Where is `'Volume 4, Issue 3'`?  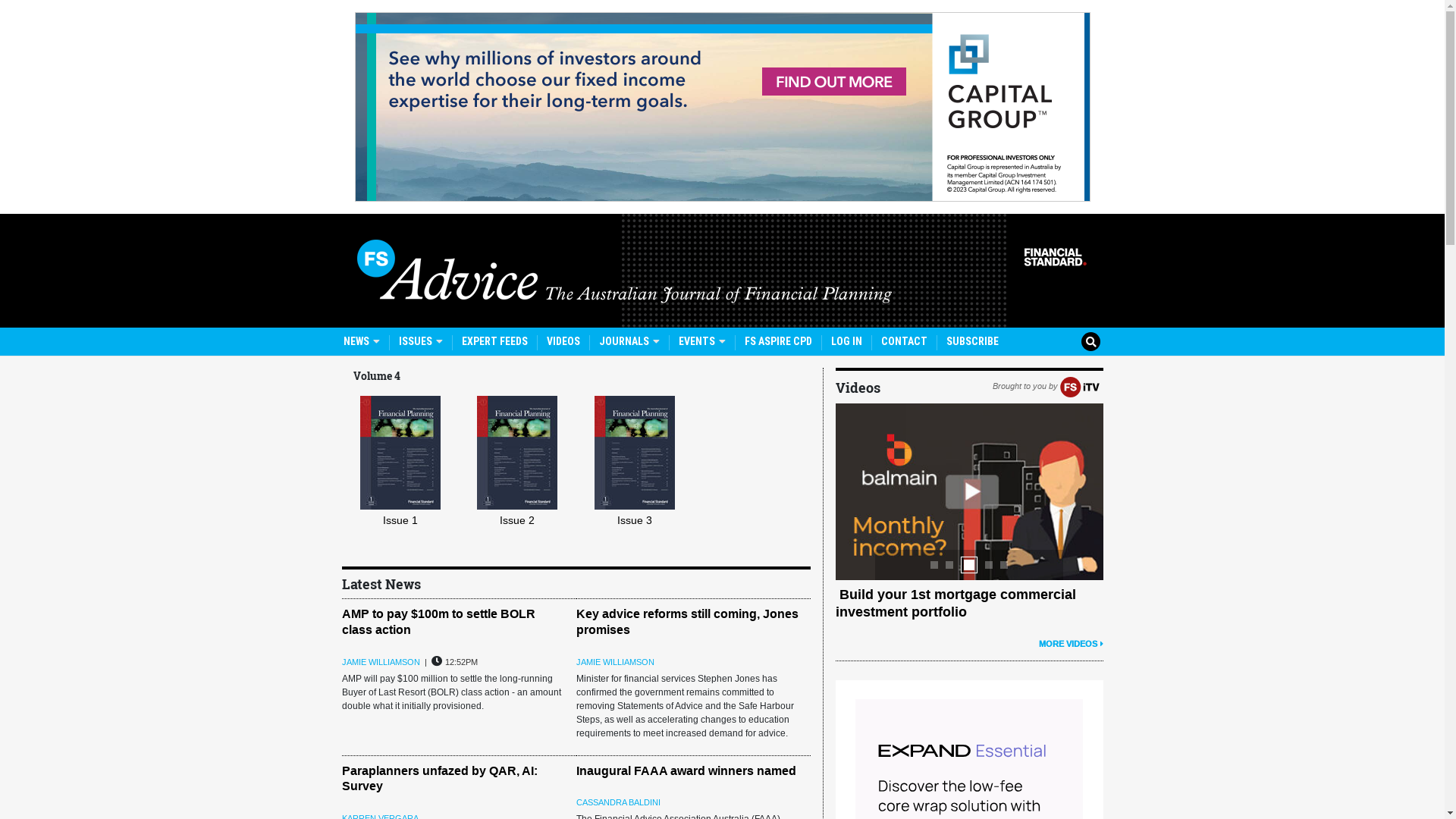 'Volume 4, Issue 3' is located at coordinates (634, 452).